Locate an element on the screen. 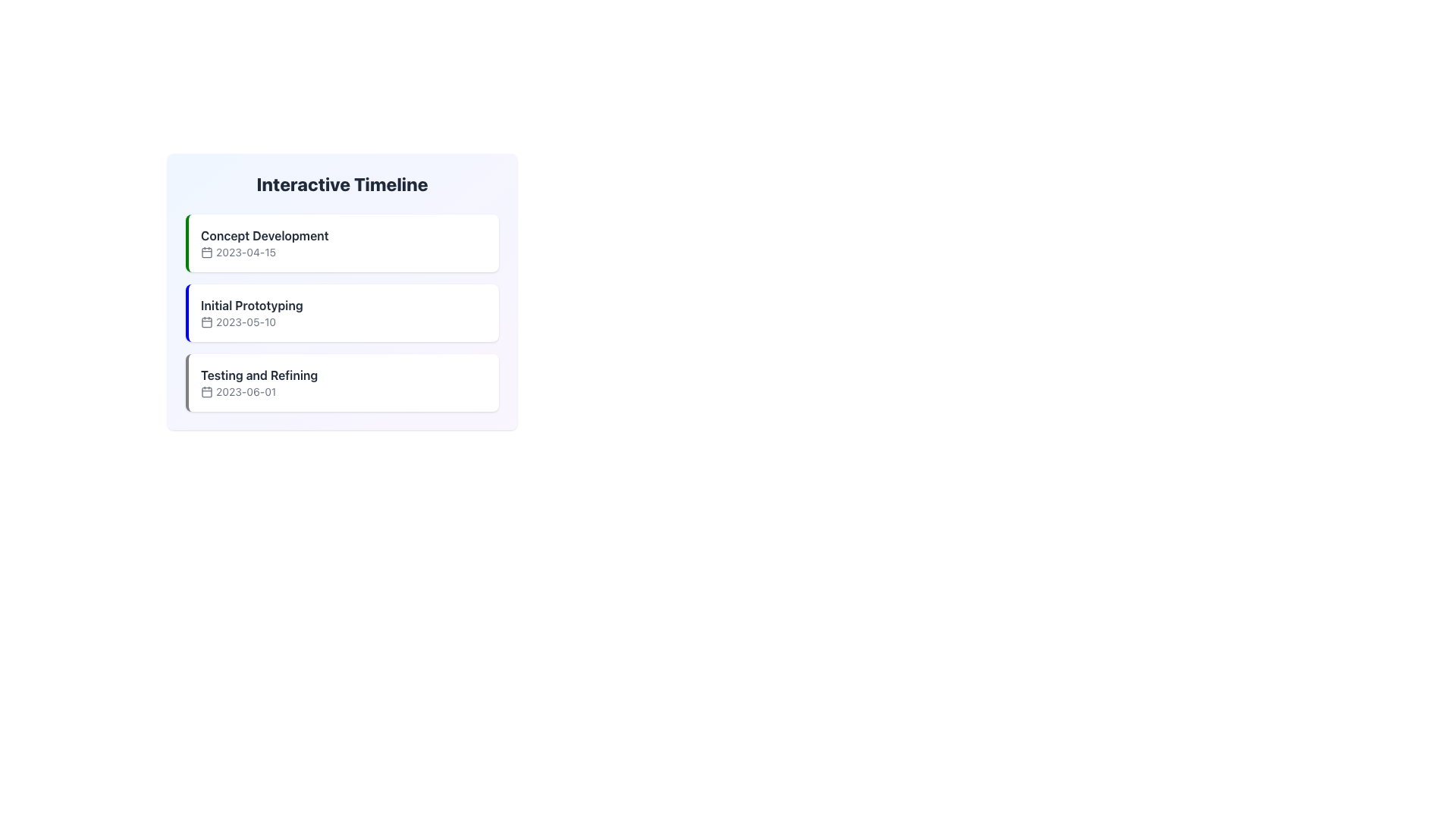  date information displayed in the small gray font labeled '2023-06-01', which is preceded by a gray calendar icon and located under the 'Testing and Refining' entry is located at coordinates (259, 391).